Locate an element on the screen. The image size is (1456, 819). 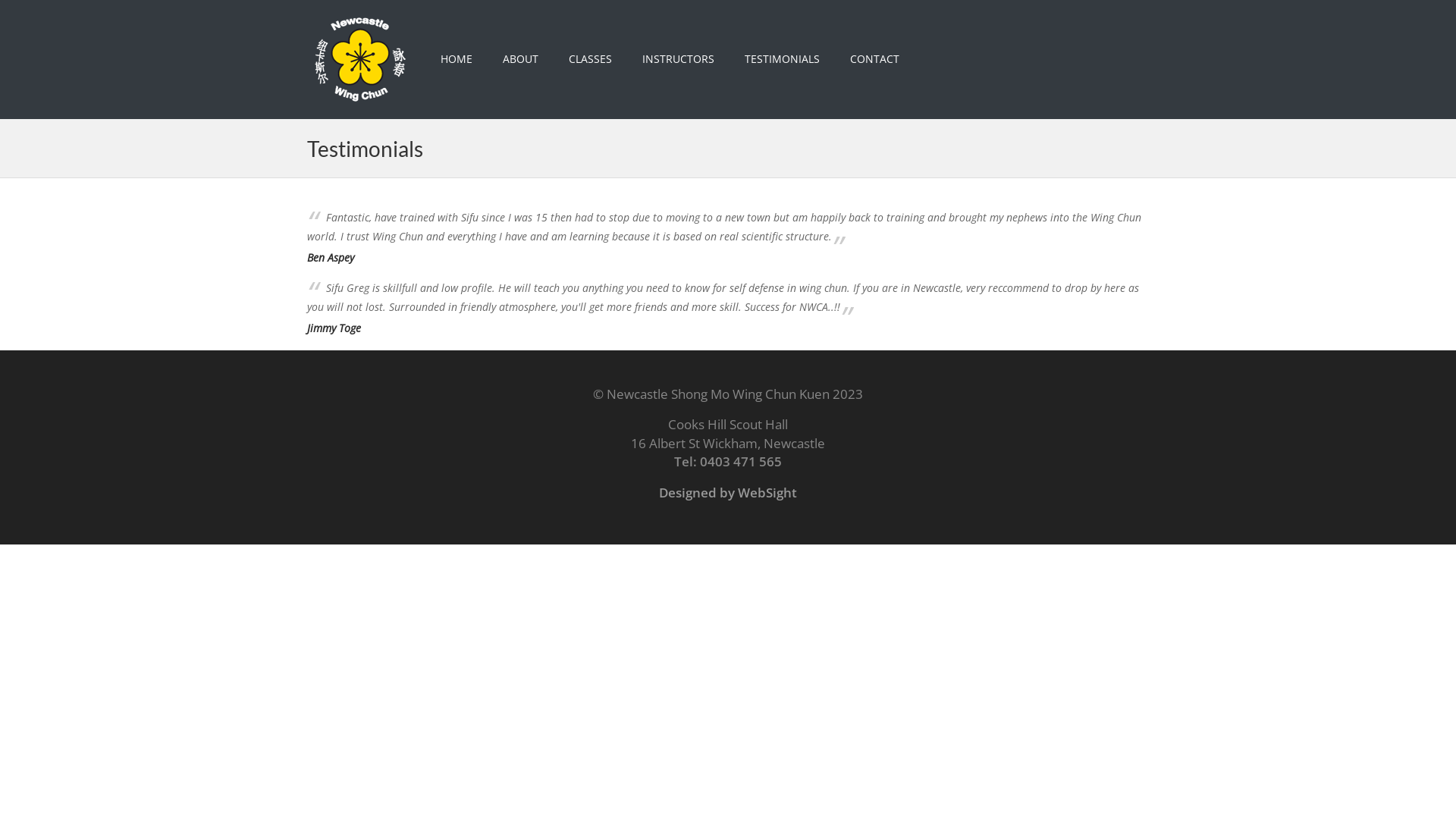
'CONTACT' is located at coordinates (874, 58).